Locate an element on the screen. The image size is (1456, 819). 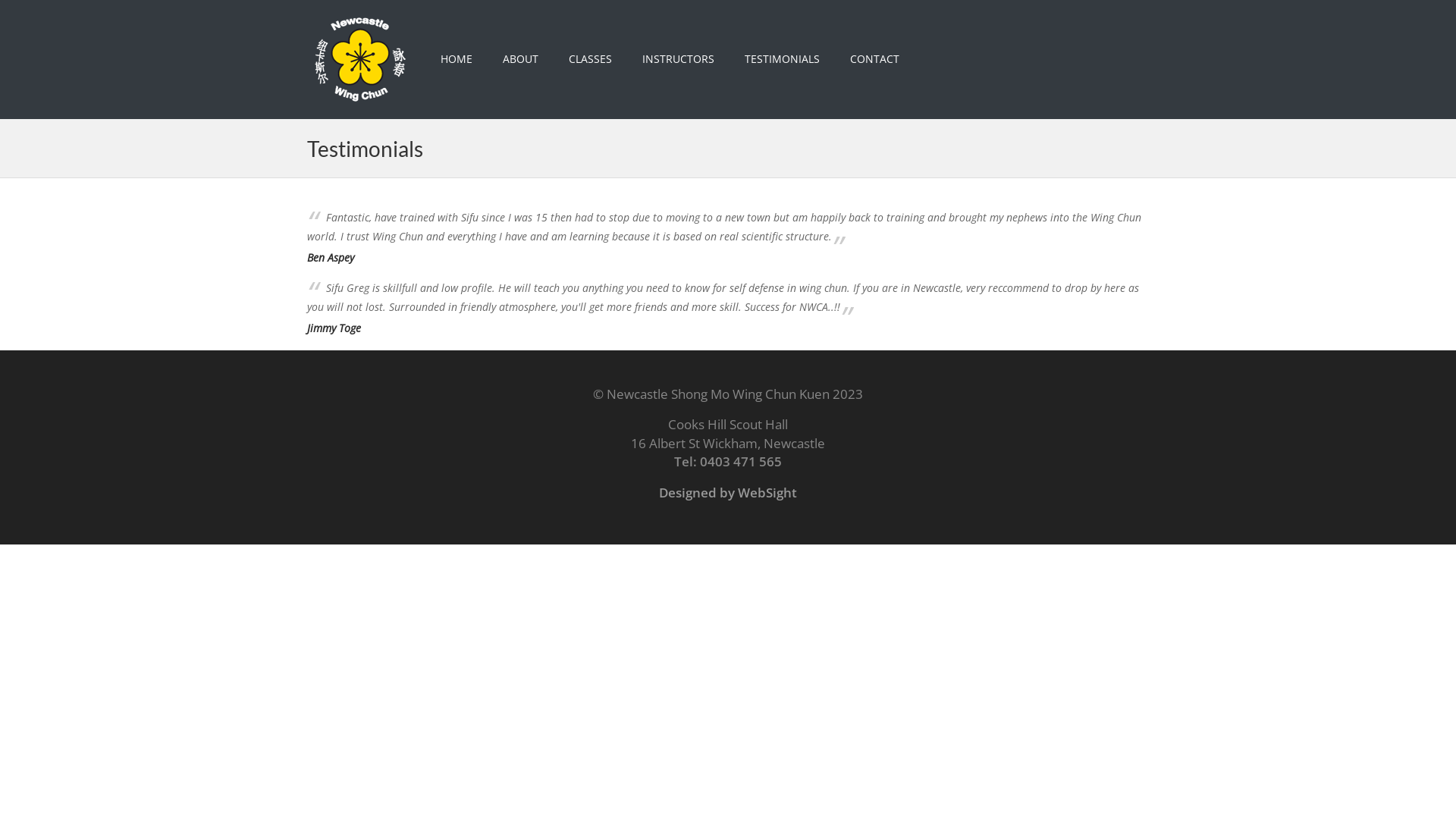
'CONTACT' is located at coordinates (874, 58).